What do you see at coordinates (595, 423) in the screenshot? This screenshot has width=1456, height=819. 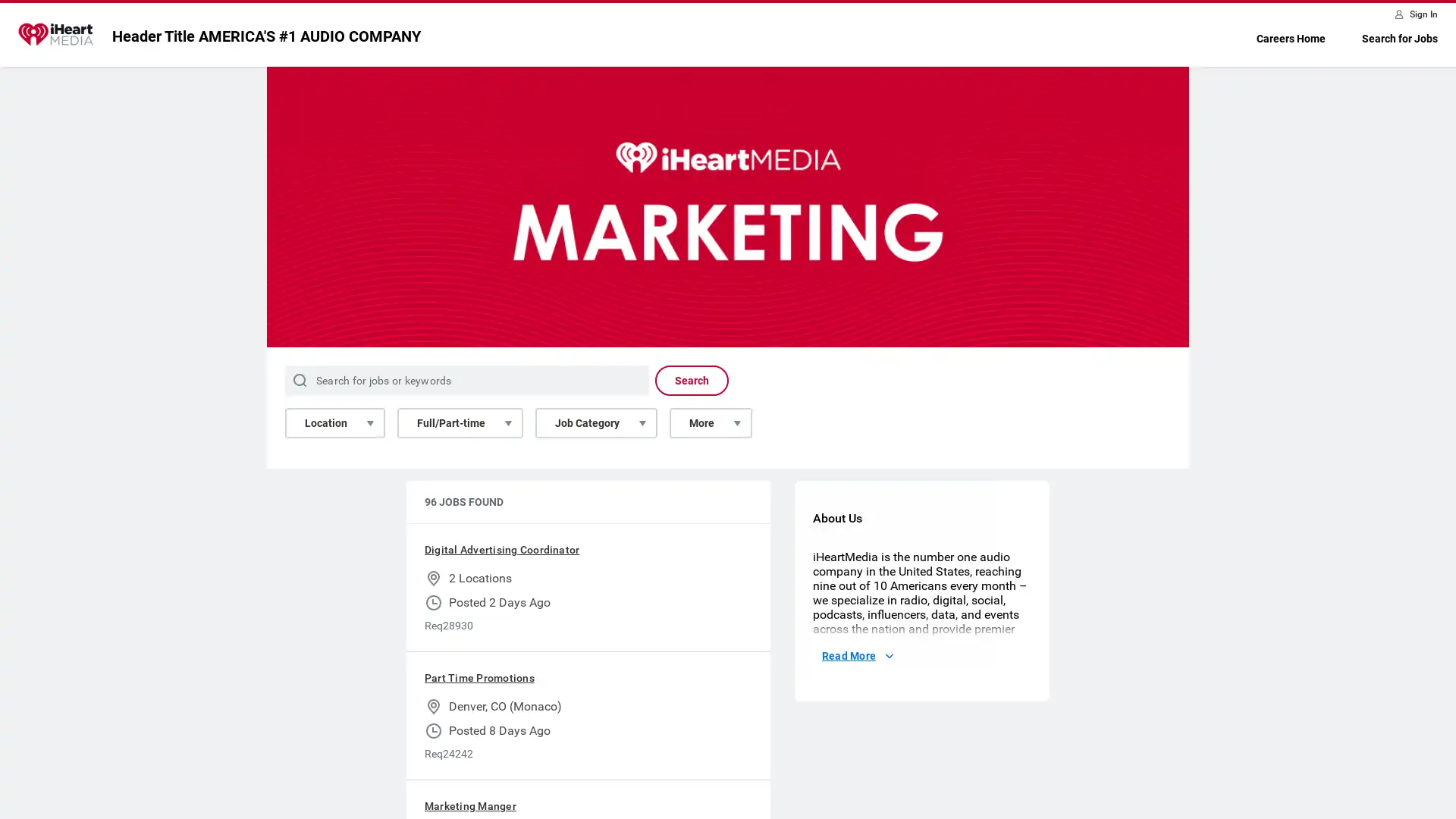 I see `Job Category` at bounding box center [595, 423].